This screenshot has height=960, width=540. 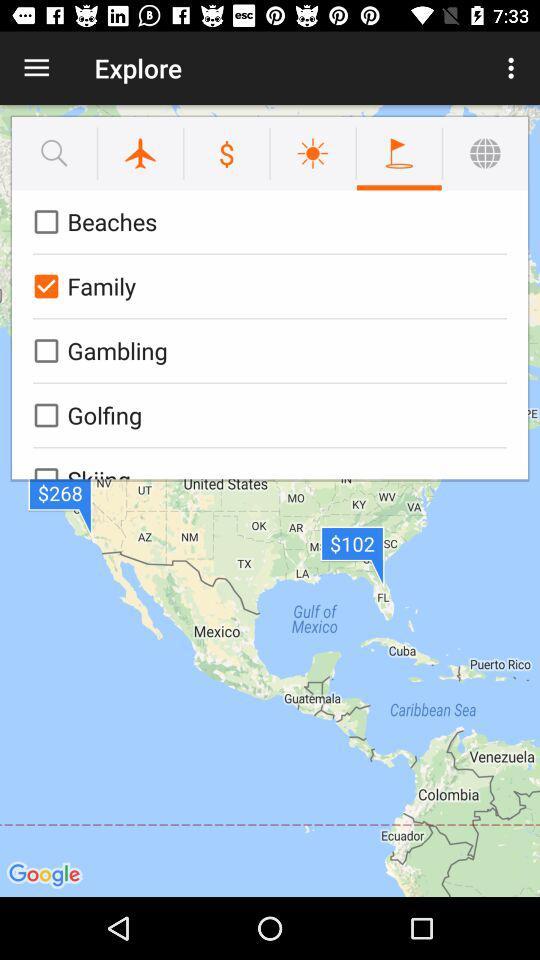 I want to click on the golfing icon, so click(x=266, y=414).